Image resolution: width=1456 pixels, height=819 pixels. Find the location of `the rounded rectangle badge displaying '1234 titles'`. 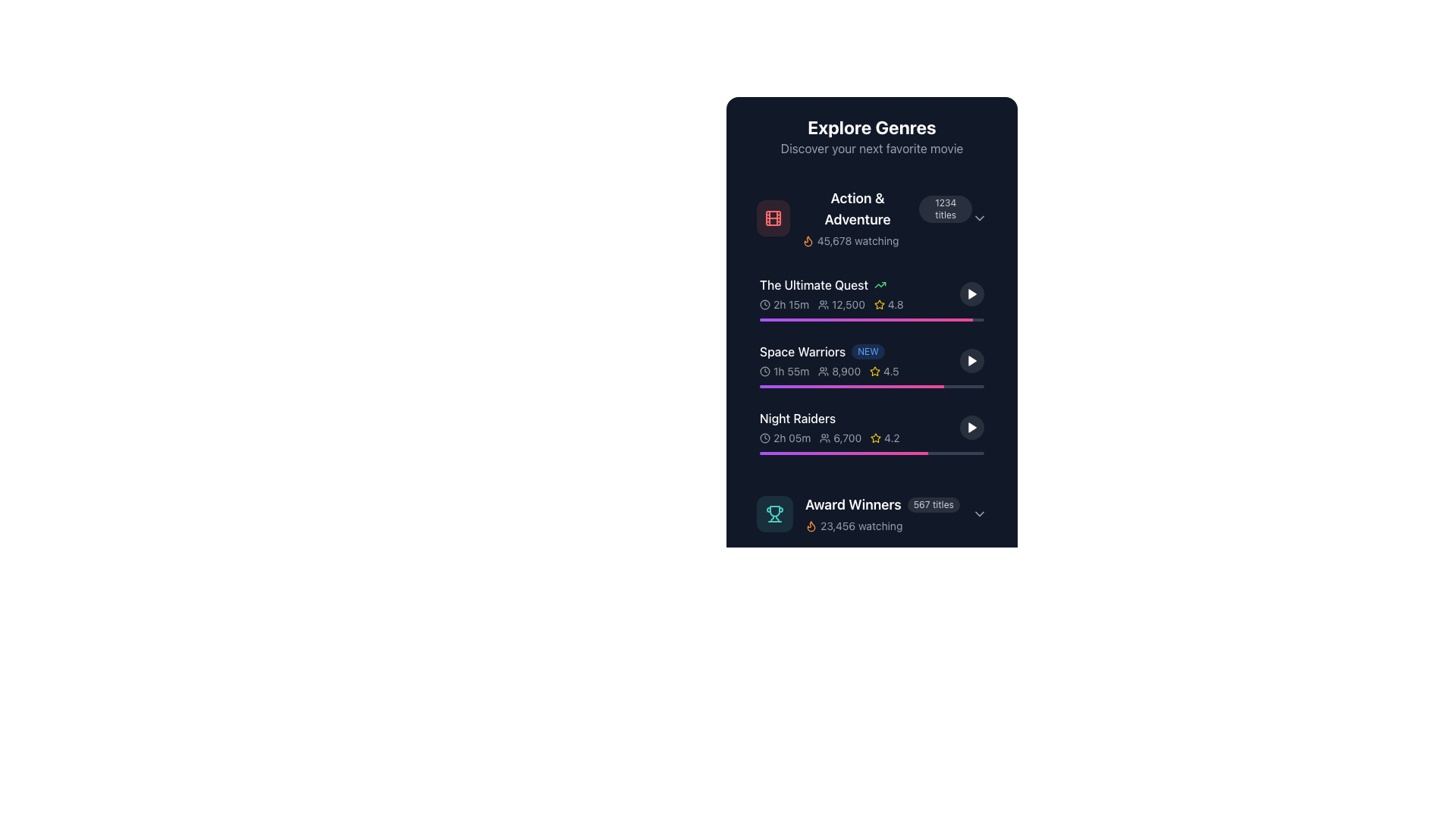

the rounded rectangle badge displaying '1234 titles' is located at coordinates (945, 209).